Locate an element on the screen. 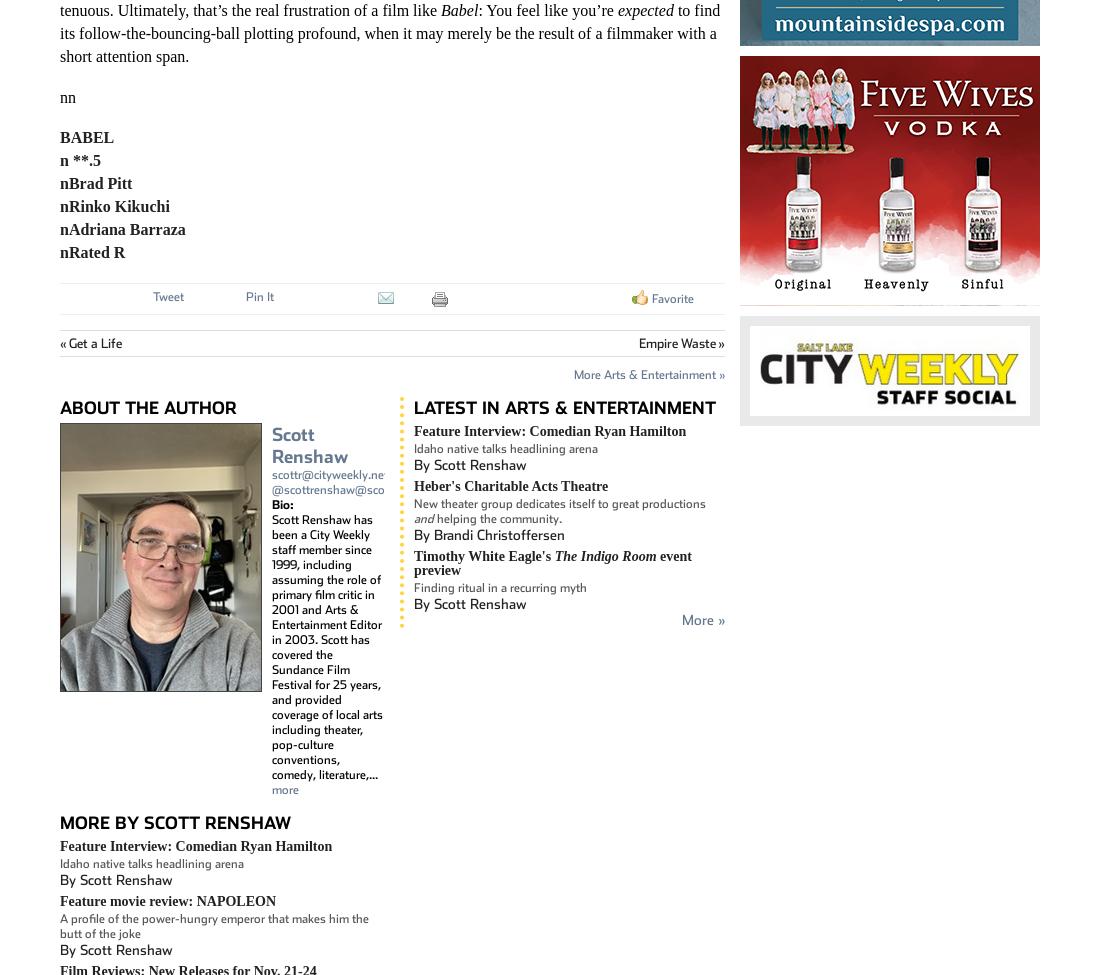  'and' is located at coordinates (423, 516).